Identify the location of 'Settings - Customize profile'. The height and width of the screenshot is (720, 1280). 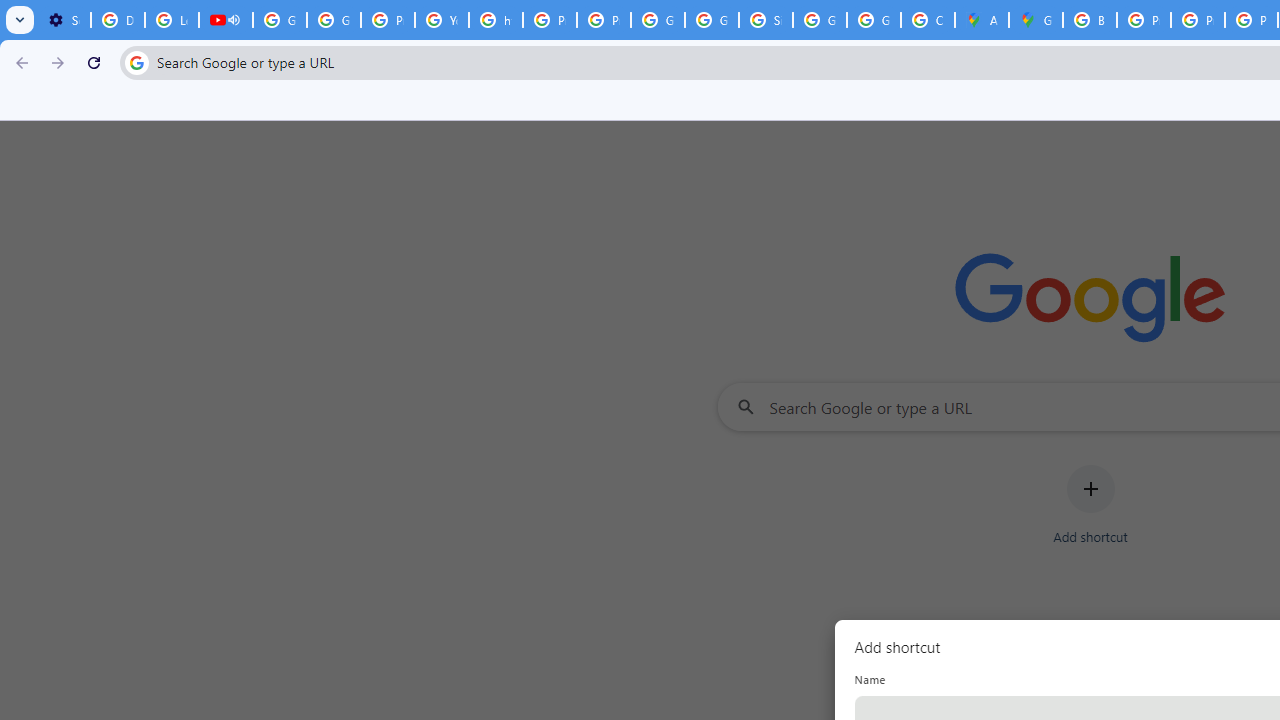
(64, 20).